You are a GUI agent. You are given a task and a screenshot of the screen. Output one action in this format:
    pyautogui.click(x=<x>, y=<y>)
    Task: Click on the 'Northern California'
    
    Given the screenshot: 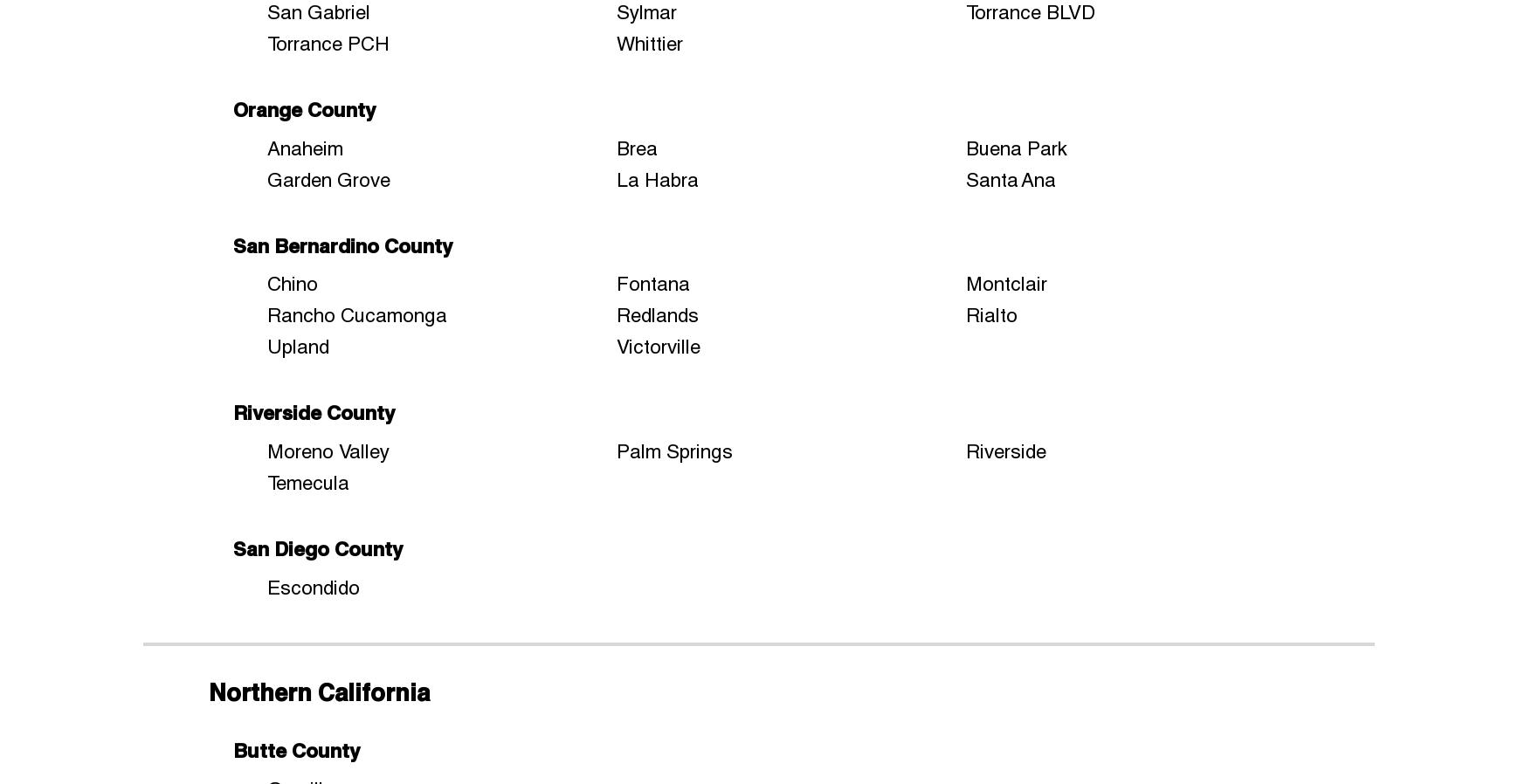 What is the action you would take?
    pyautogui.click(x=317, y=691)
    